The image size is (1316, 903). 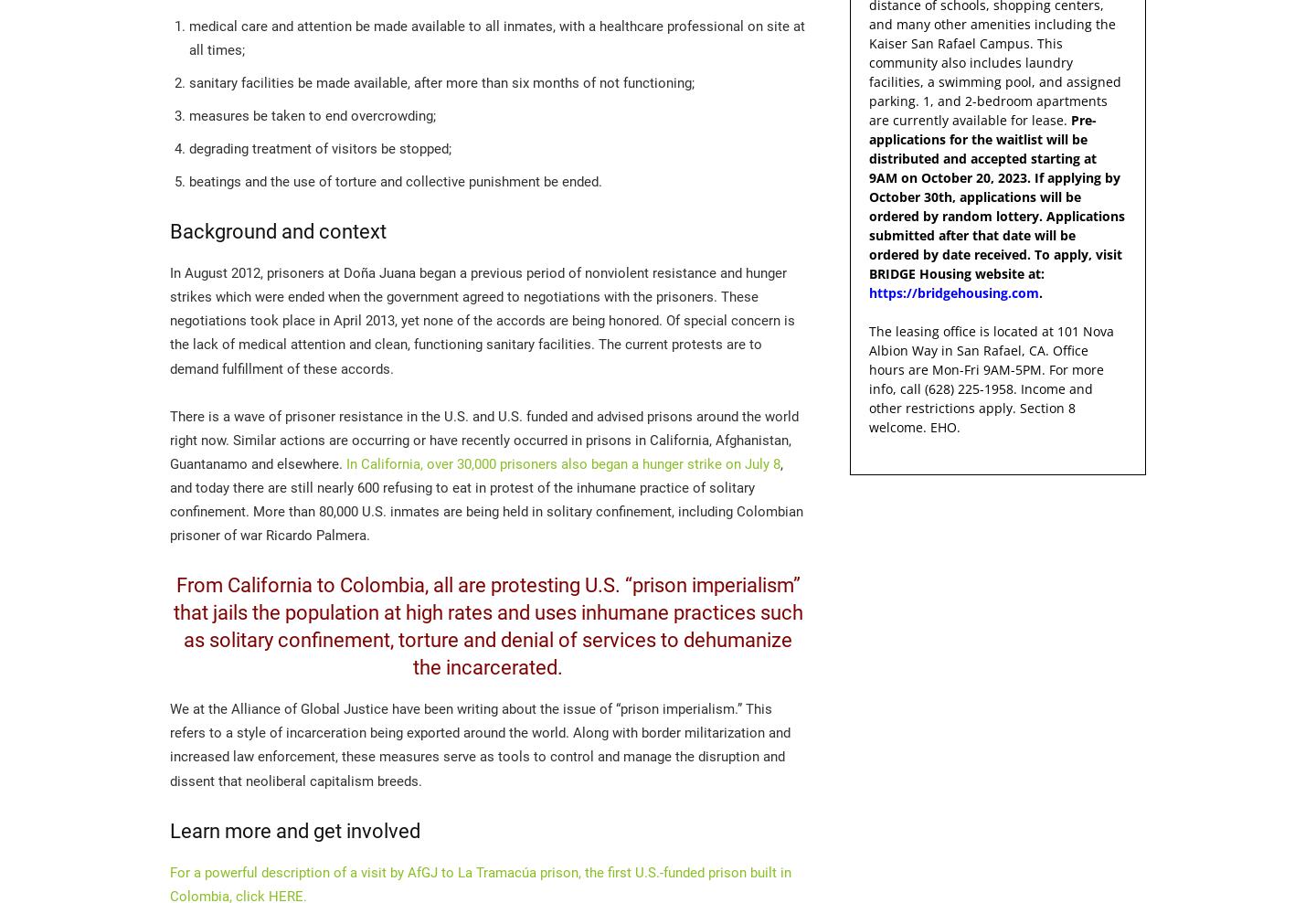 I want to click on 'sanitary facilities be made available, after more than six months of not functioning;', so click(x=440, y=82).